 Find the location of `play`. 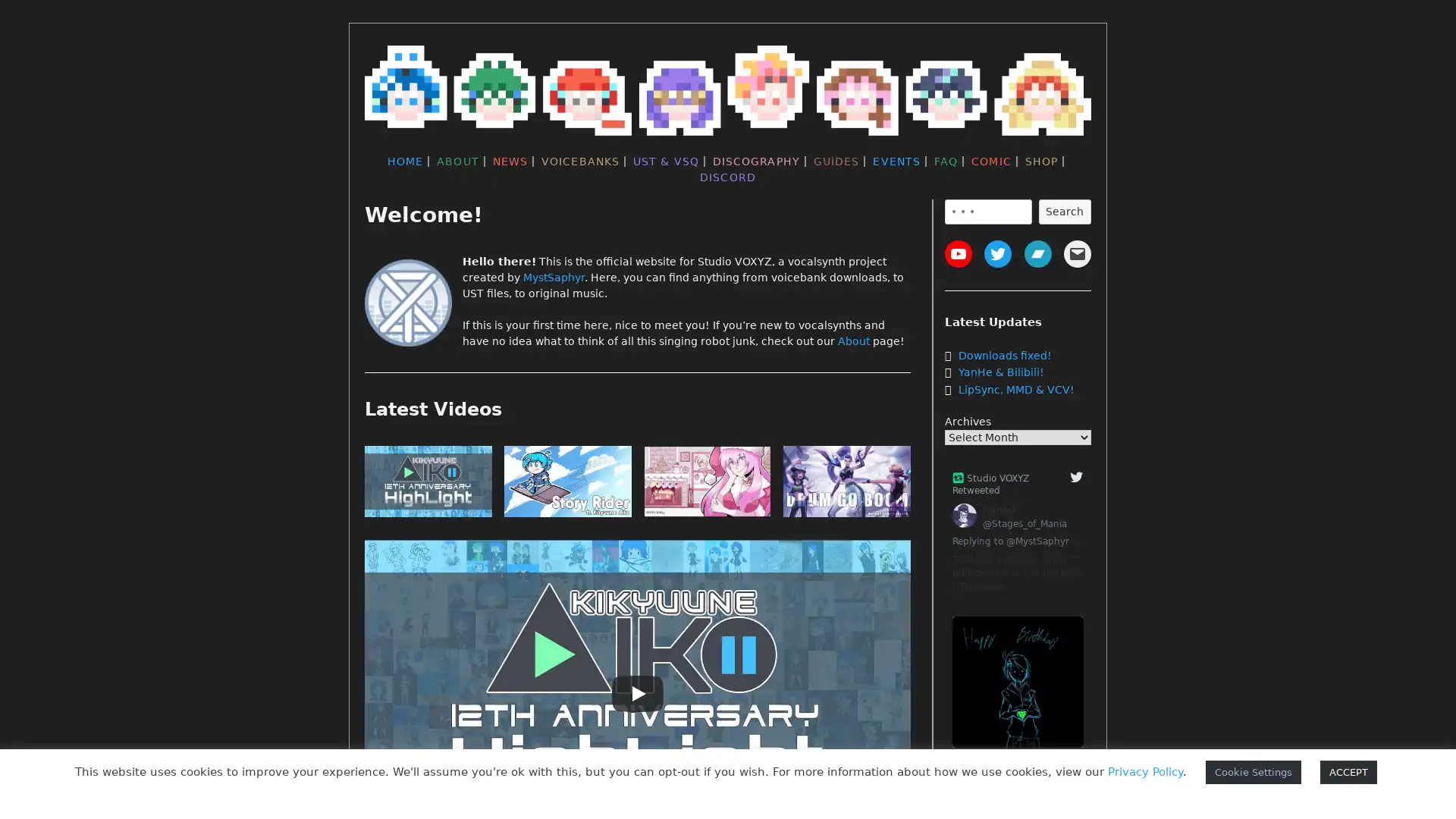

play is located at coordinates (428, 485).